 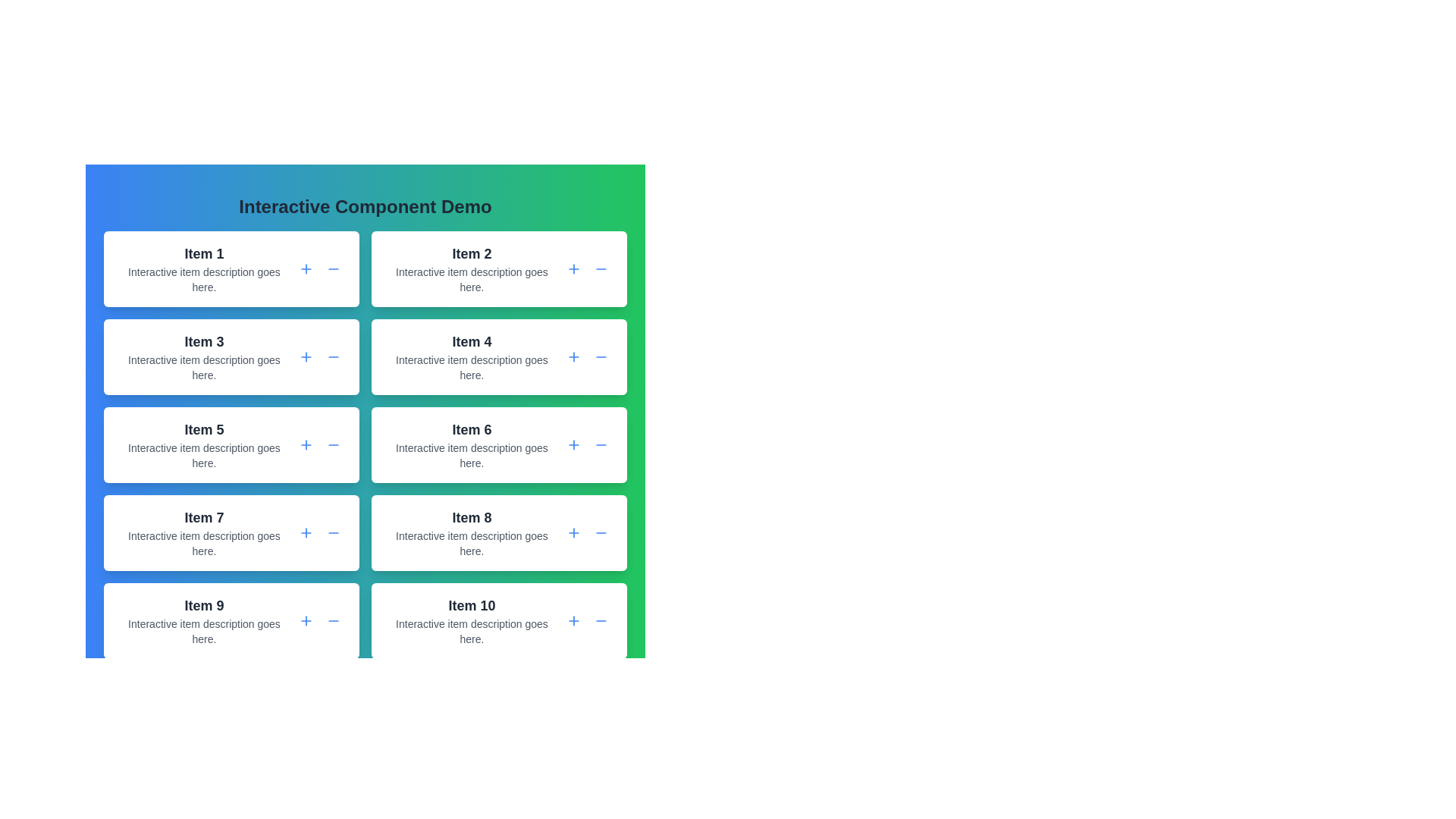 What do you see at coordinates (333, 532) in the screenshot?
I see `the circular minus icon representing a decrement operation in the 'Item 7' section to decrement the count associated with it` at bounding box center [333, 532].